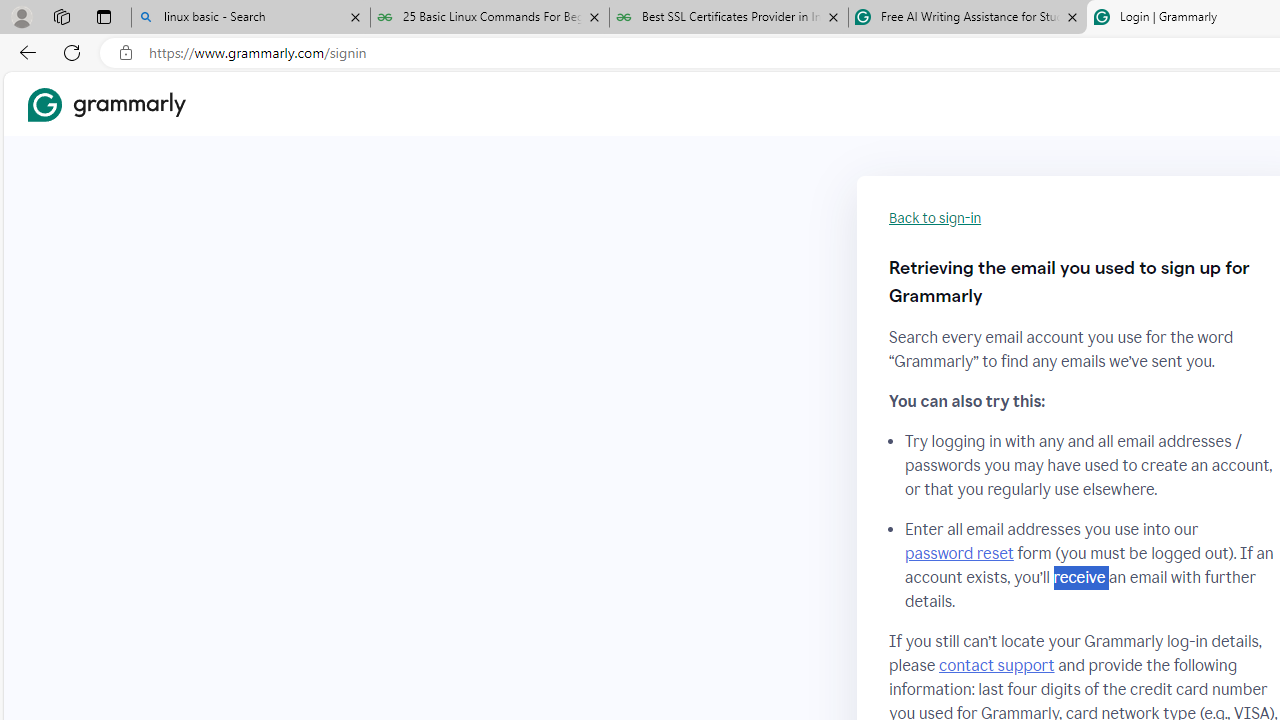  I want to click on 'password reset', so click(958, 554).